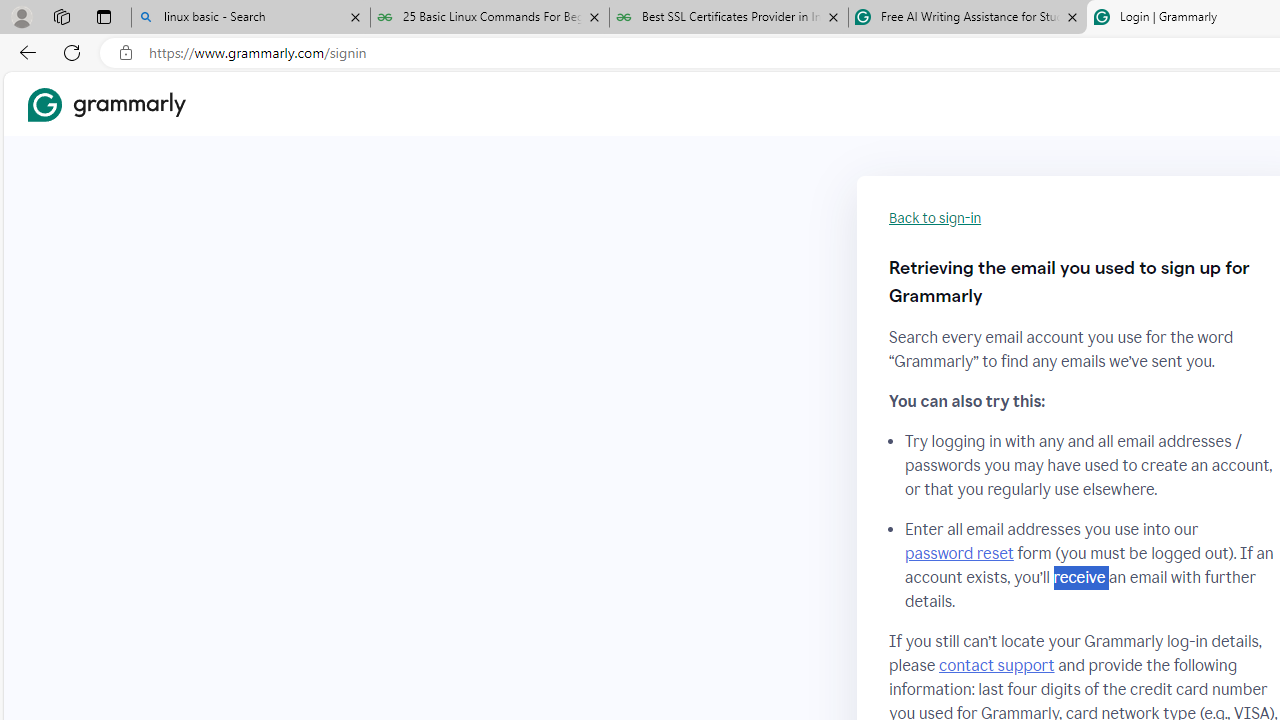  I want to click on 'password reset', so click(958, 554).